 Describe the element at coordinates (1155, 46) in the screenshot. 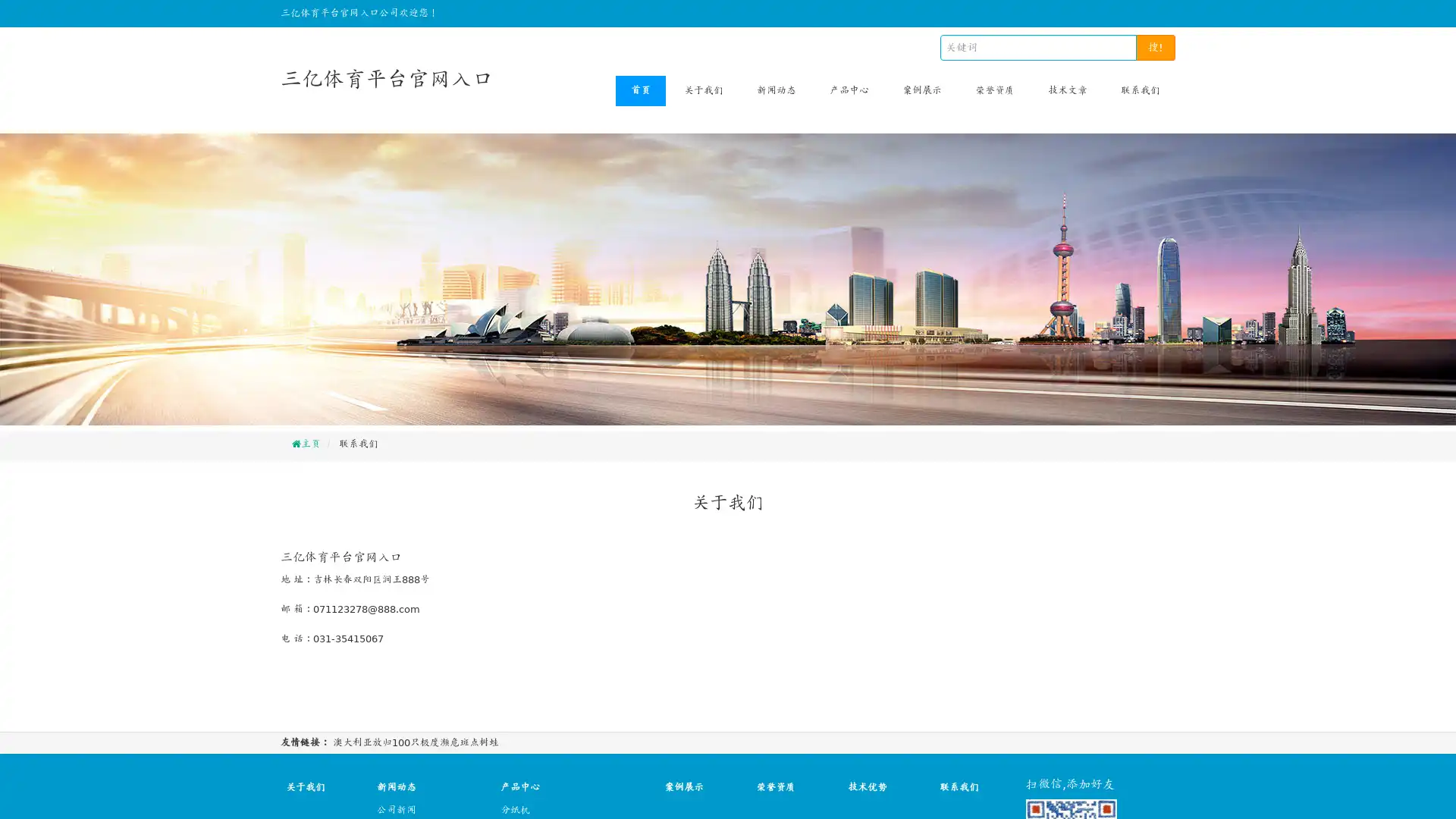

I see `!` at that location.